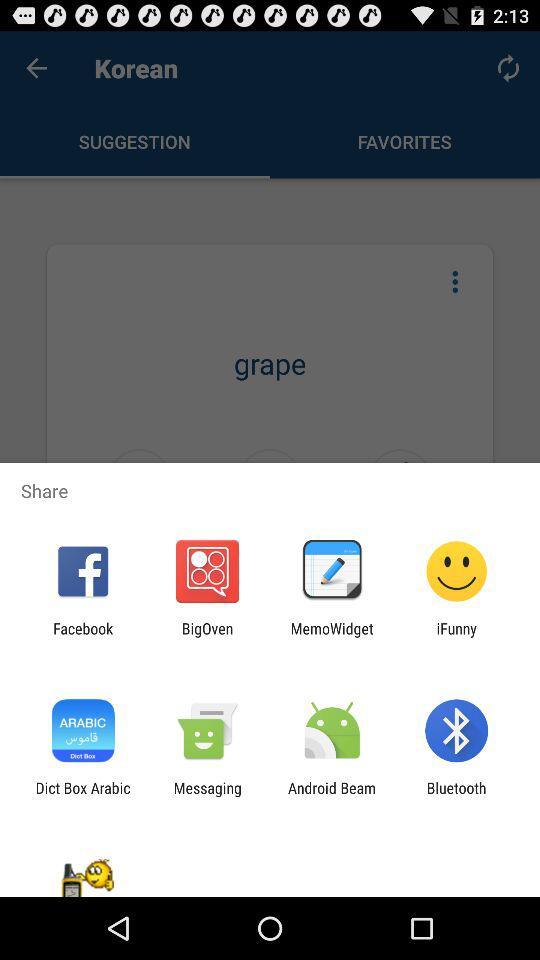  Describe the element at coordinates (456, 796) in the screenshot. I see `the bluetooth` at that location.